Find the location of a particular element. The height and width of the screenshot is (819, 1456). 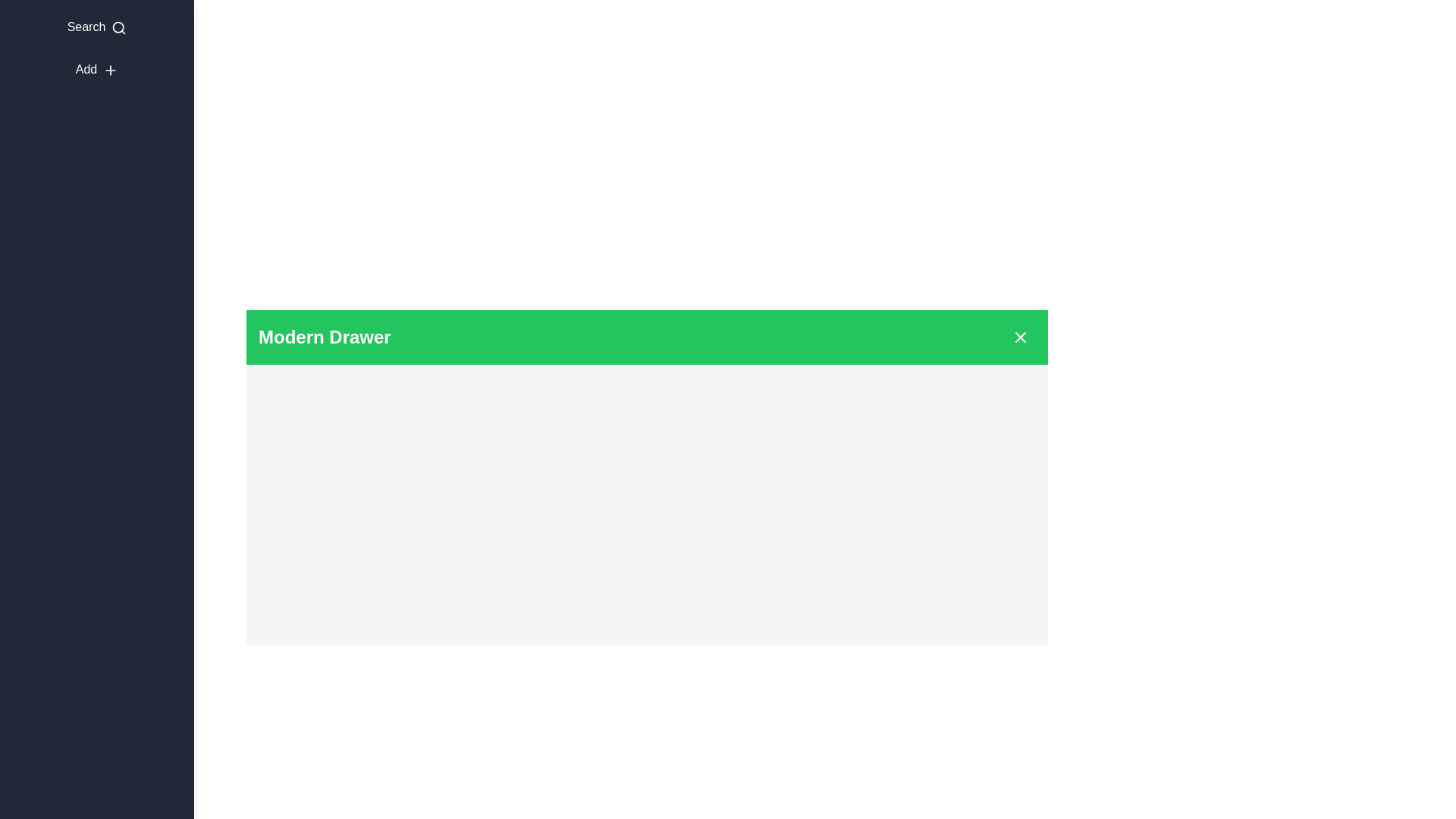

the search button located in the top-left corner of the side navigation panel to initiate the search functionality is located at coordinates (96, 27).